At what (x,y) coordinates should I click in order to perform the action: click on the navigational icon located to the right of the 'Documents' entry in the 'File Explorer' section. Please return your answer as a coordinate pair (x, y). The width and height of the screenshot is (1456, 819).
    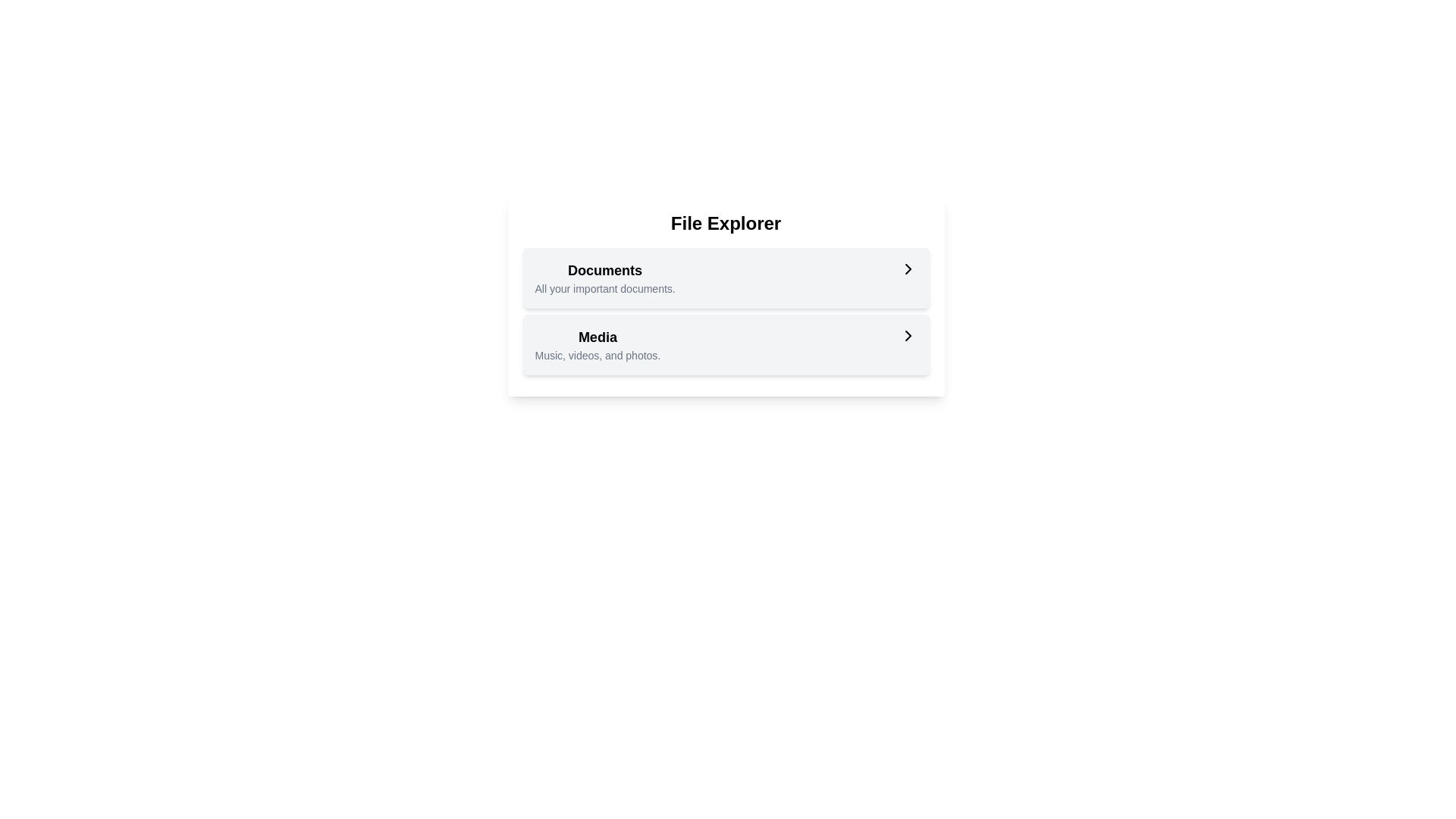
    Looking at the image, I should click on (908, 268).